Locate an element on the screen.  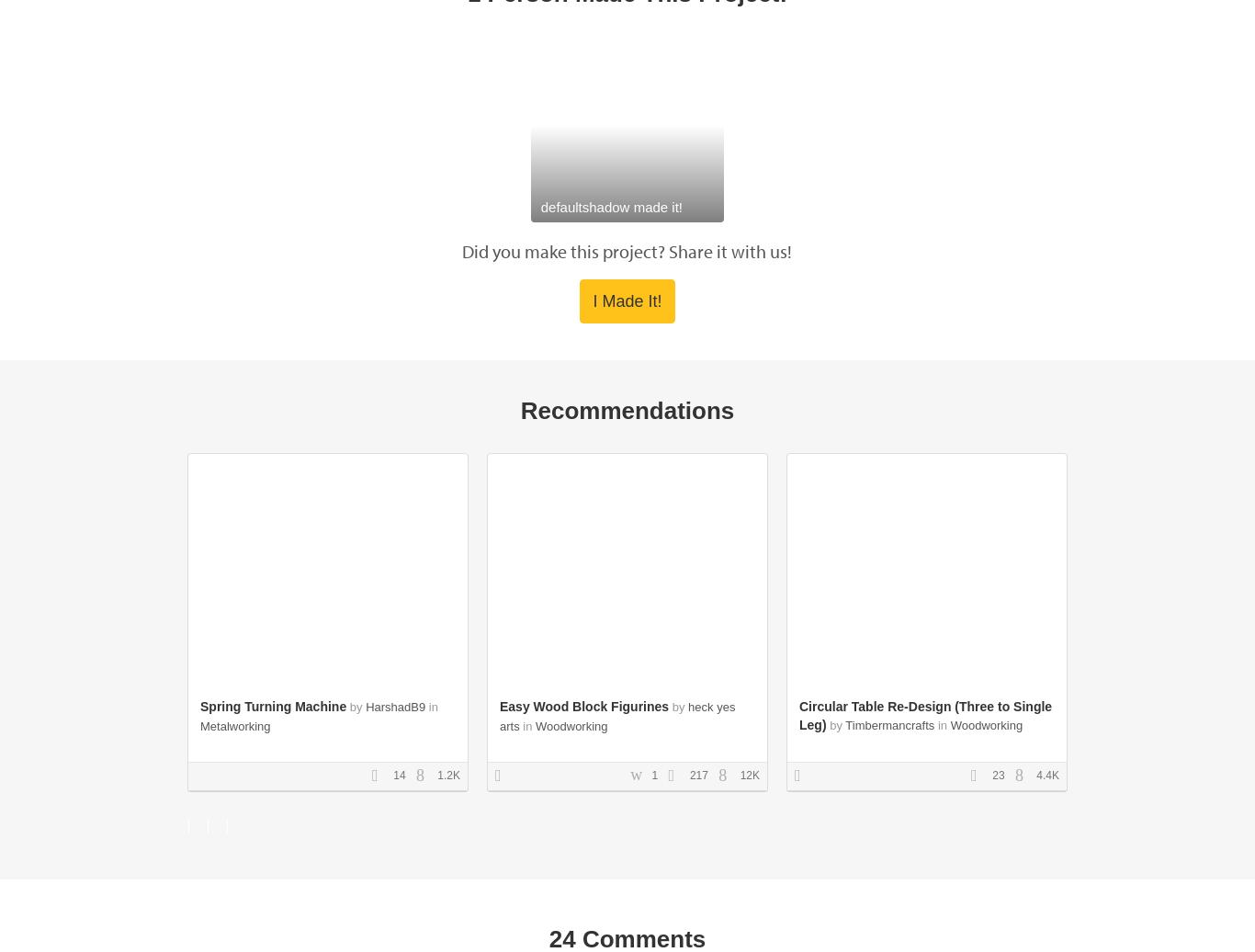
'12K' is located at coordinates (747, 774).